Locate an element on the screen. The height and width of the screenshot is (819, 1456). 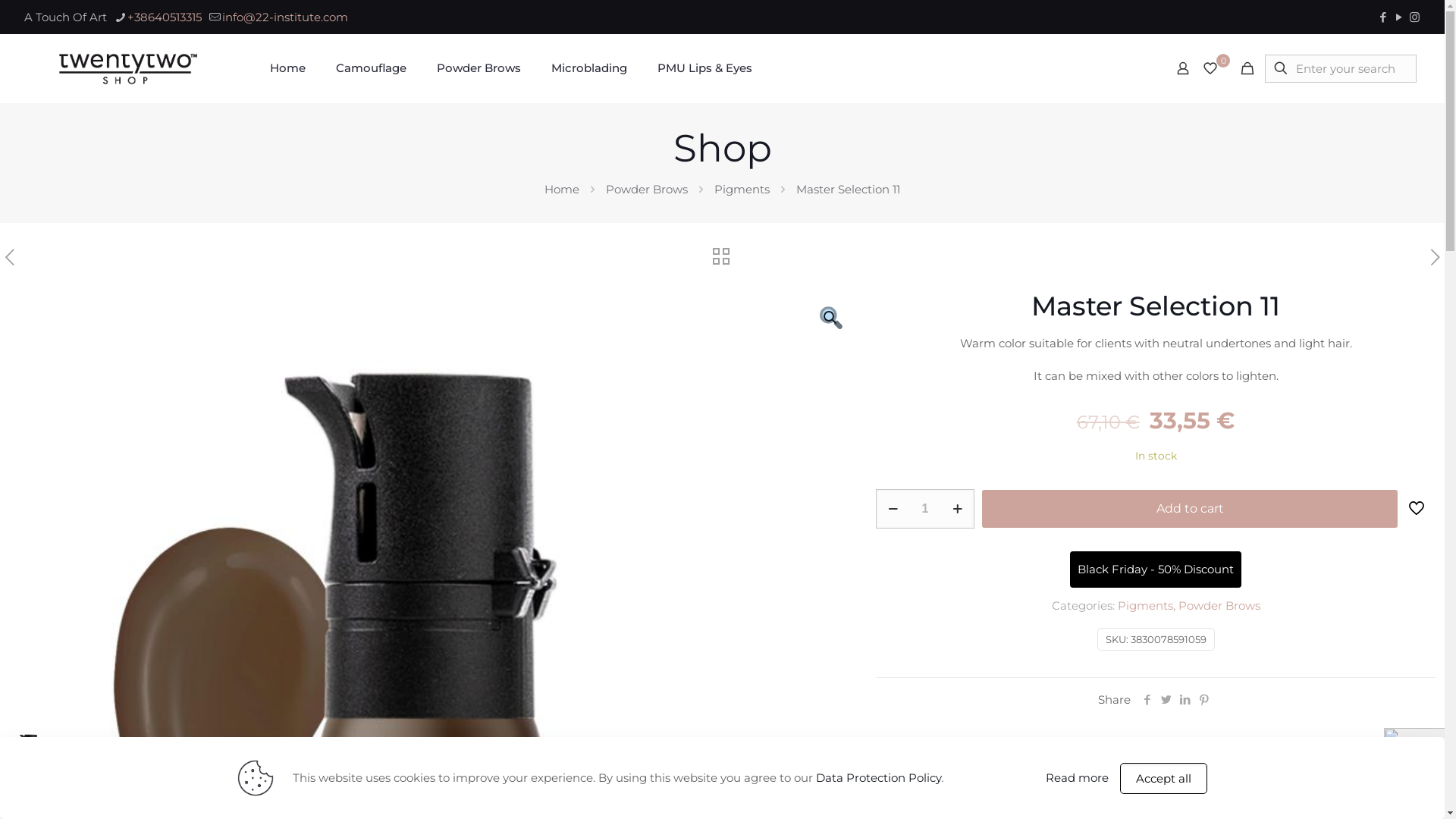
'Home' is located at coordinates (287, 67).